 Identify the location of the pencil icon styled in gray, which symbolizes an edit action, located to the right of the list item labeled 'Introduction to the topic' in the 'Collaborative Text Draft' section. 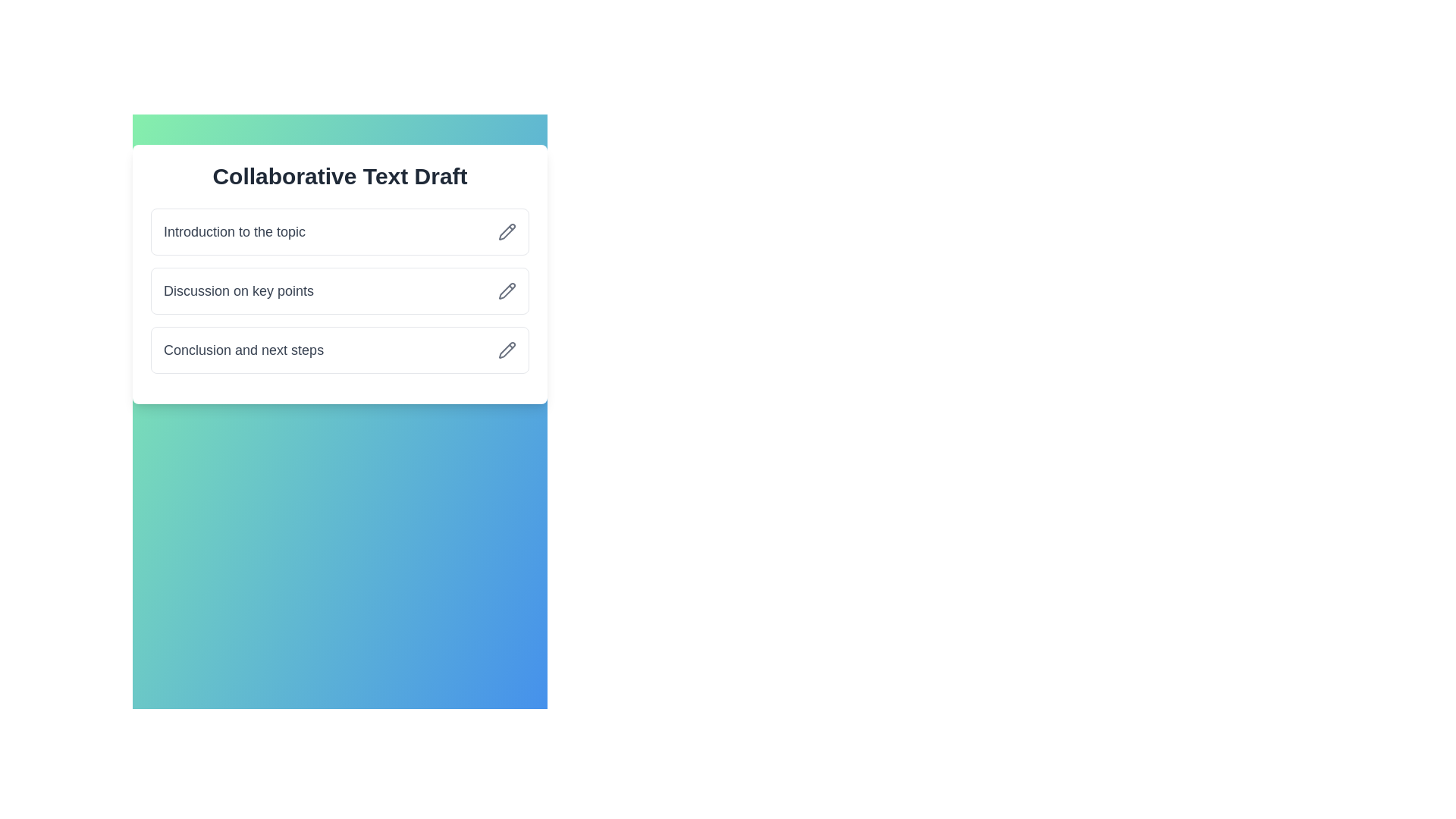
(507, 231).